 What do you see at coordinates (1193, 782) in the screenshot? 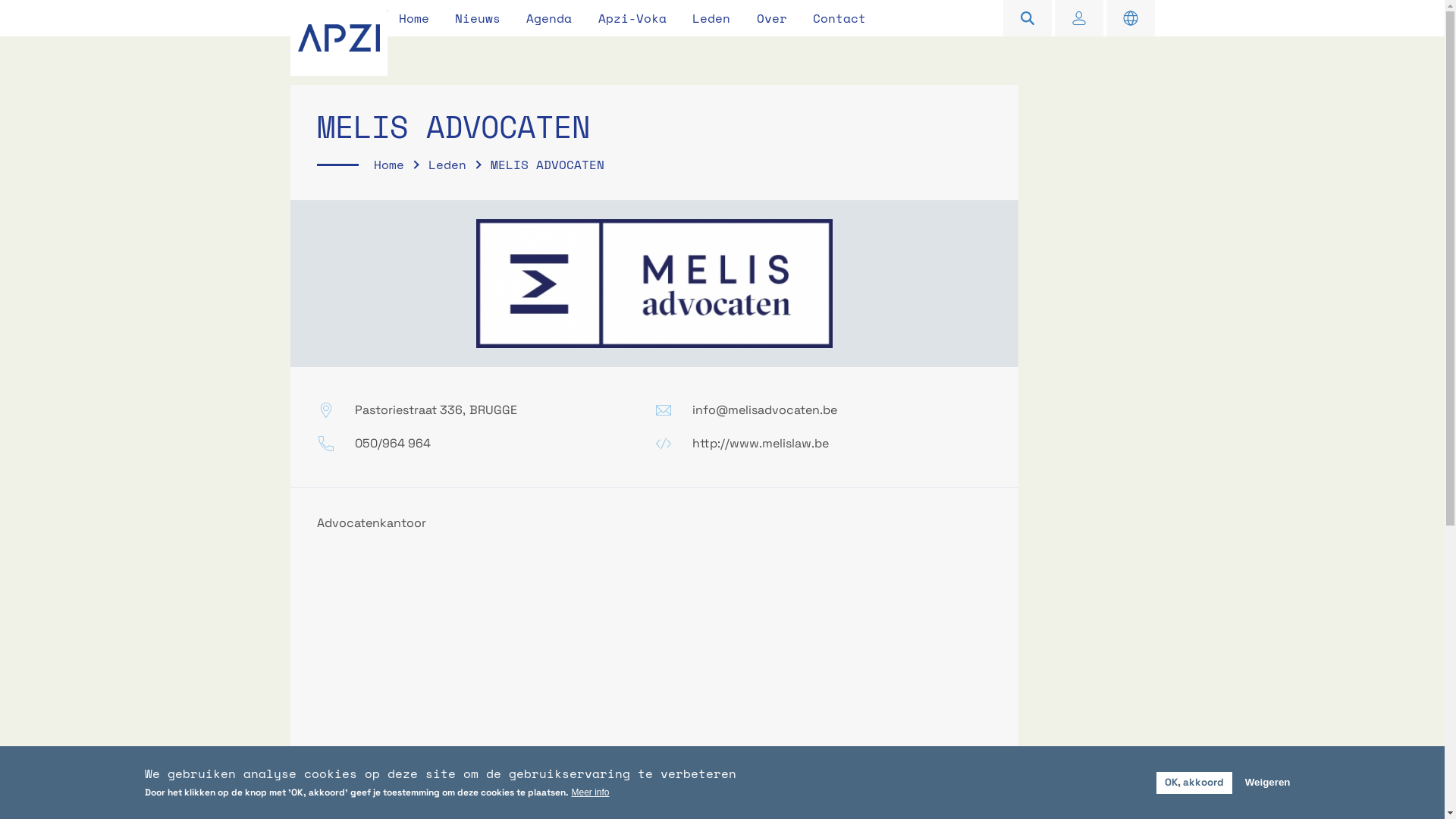
I see `'OK, akkoord'` at bounding box center [1193, 782].